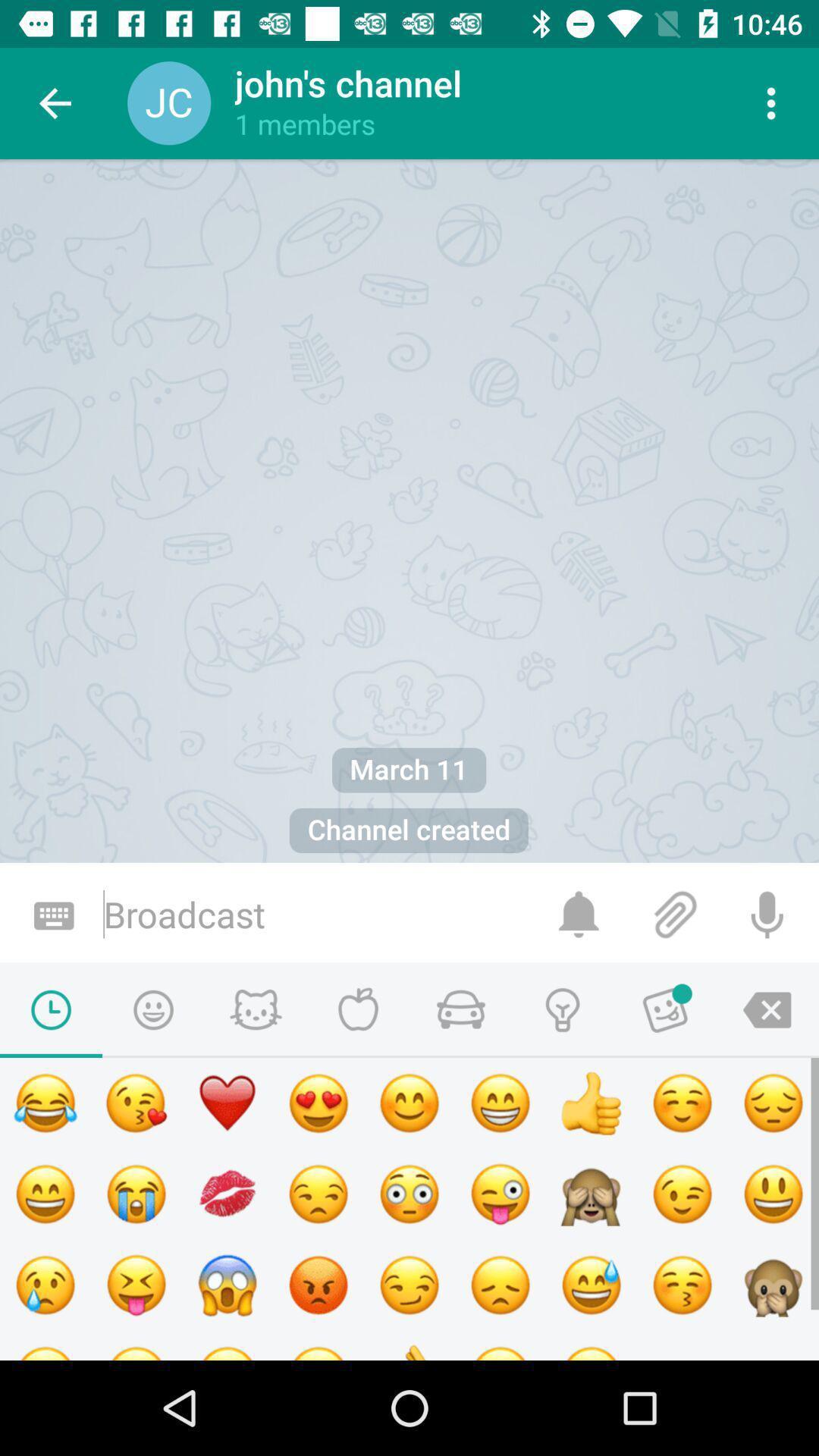 This screenshot has height=1456, width=819. Describe the element at coordinates (500, 1103) in the screenshot. I see `the emoji icon` at that location.